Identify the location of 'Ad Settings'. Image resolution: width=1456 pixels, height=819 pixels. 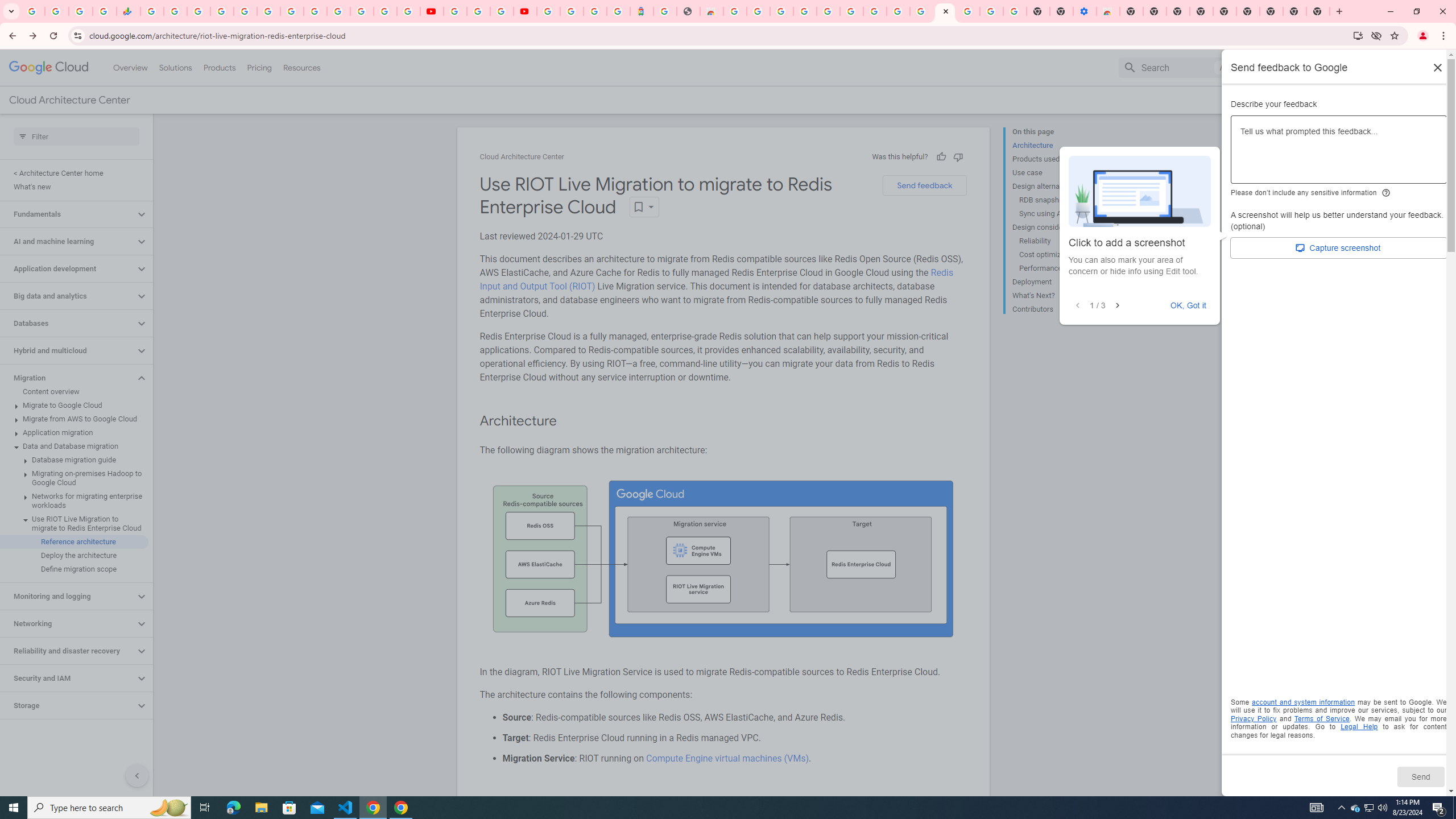
(804, 11).